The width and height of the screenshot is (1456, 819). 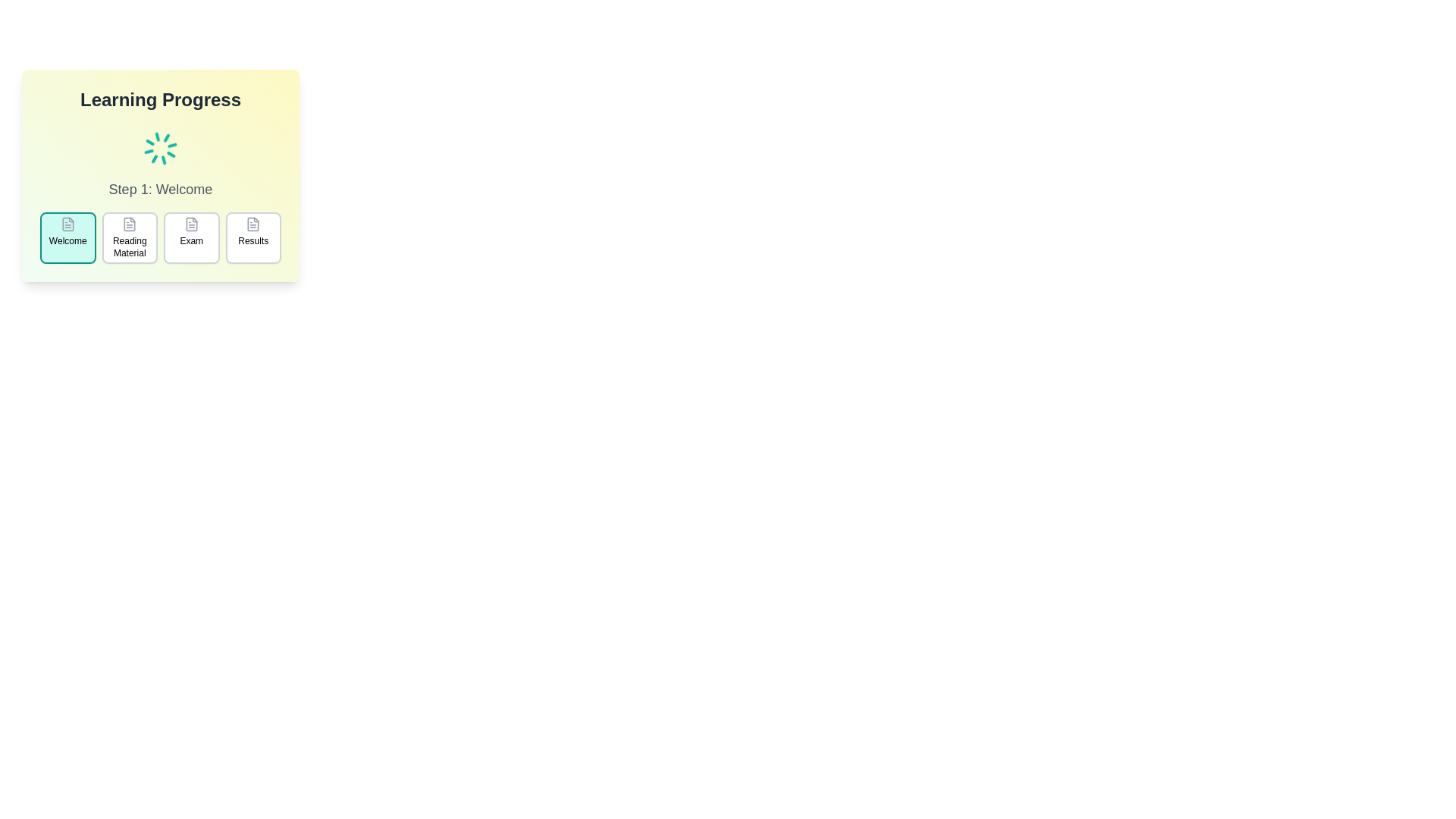 What do you see at coordinates (190, 224) in the screenshot?
I see `the 'Exam' button, which is the third button from the left in a horizontal sequence of four buttons within the 'Learning Progress' card interface` at bounding box center [190, 224].